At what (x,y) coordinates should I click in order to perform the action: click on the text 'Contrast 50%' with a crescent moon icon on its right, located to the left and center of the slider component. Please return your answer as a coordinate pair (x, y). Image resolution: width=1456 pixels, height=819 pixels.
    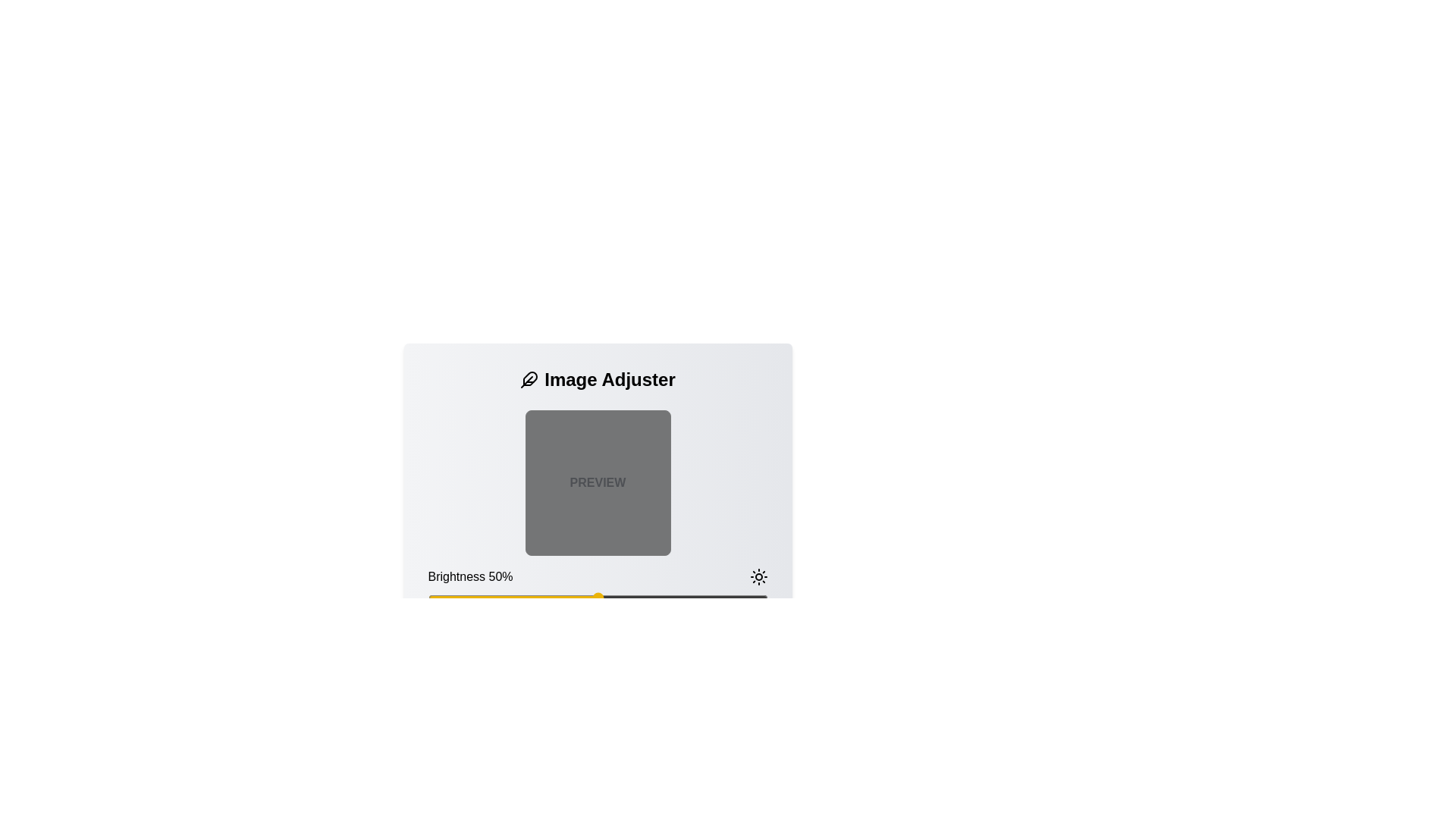
    Looking at the image, I should click on (597, 637).